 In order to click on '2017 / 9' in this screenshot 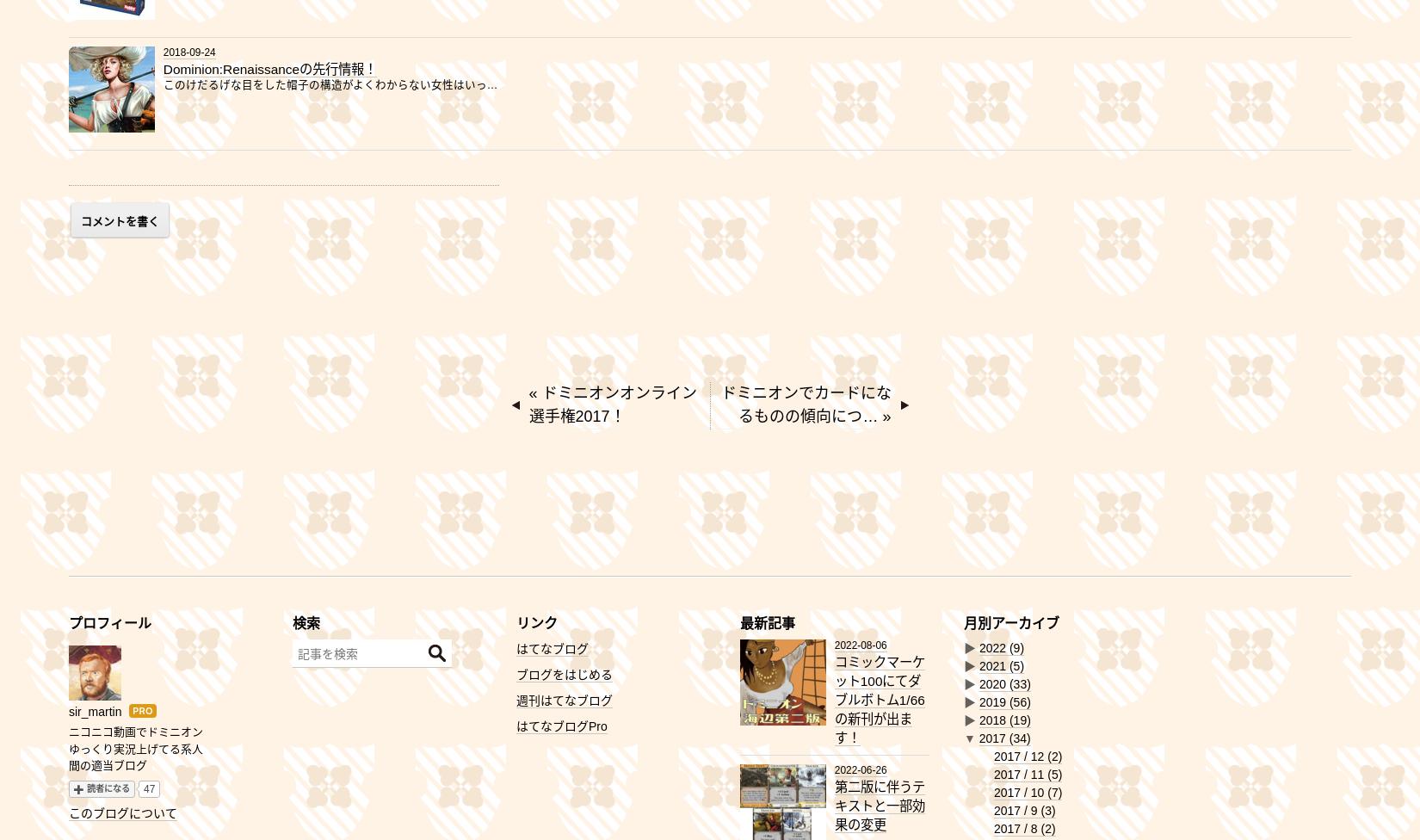, I will do `click(1017, 810)`.